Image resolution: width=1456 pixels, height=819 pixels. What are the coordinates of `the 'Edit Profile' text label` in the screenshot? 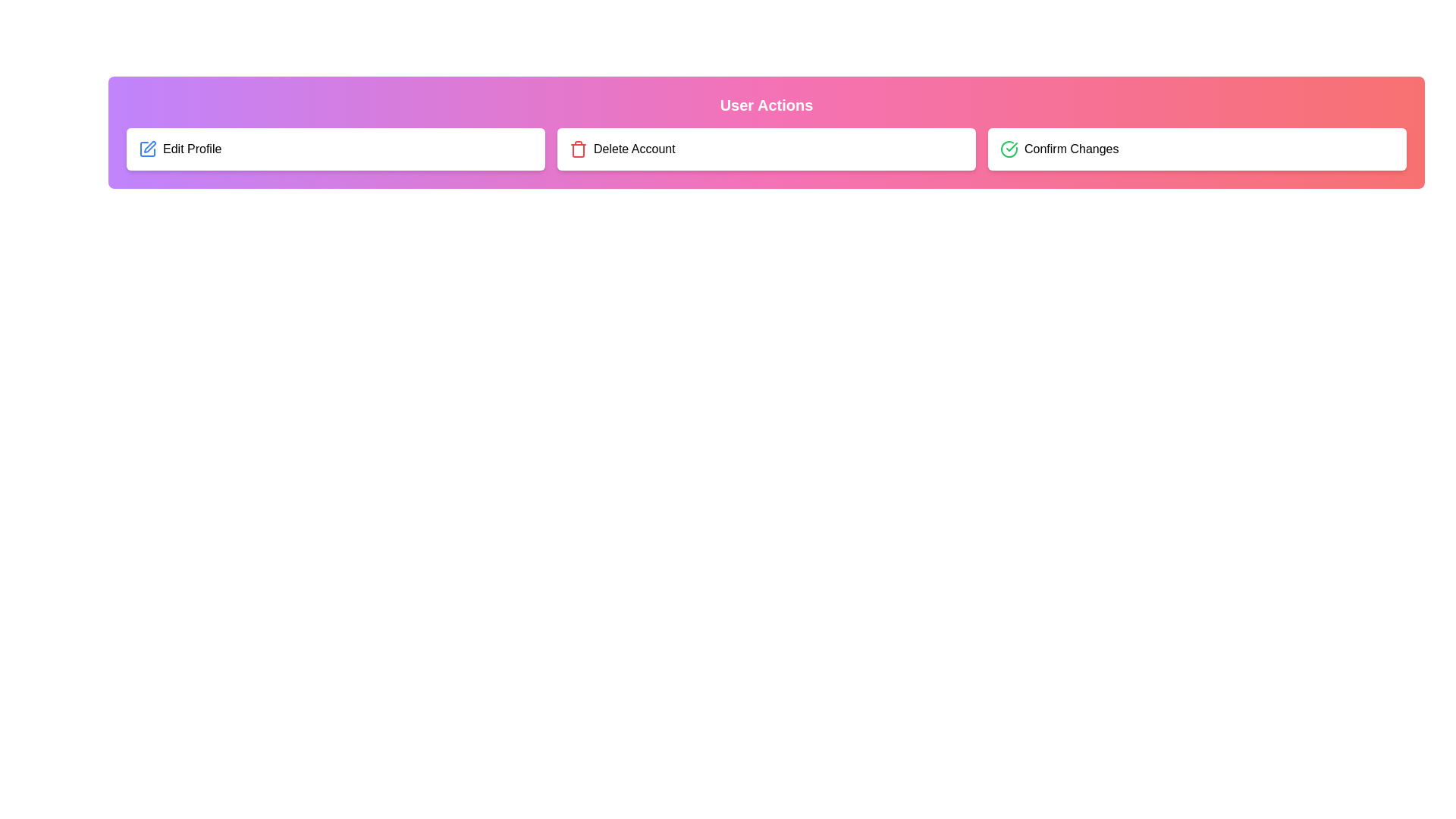 It's located at (191, 149).